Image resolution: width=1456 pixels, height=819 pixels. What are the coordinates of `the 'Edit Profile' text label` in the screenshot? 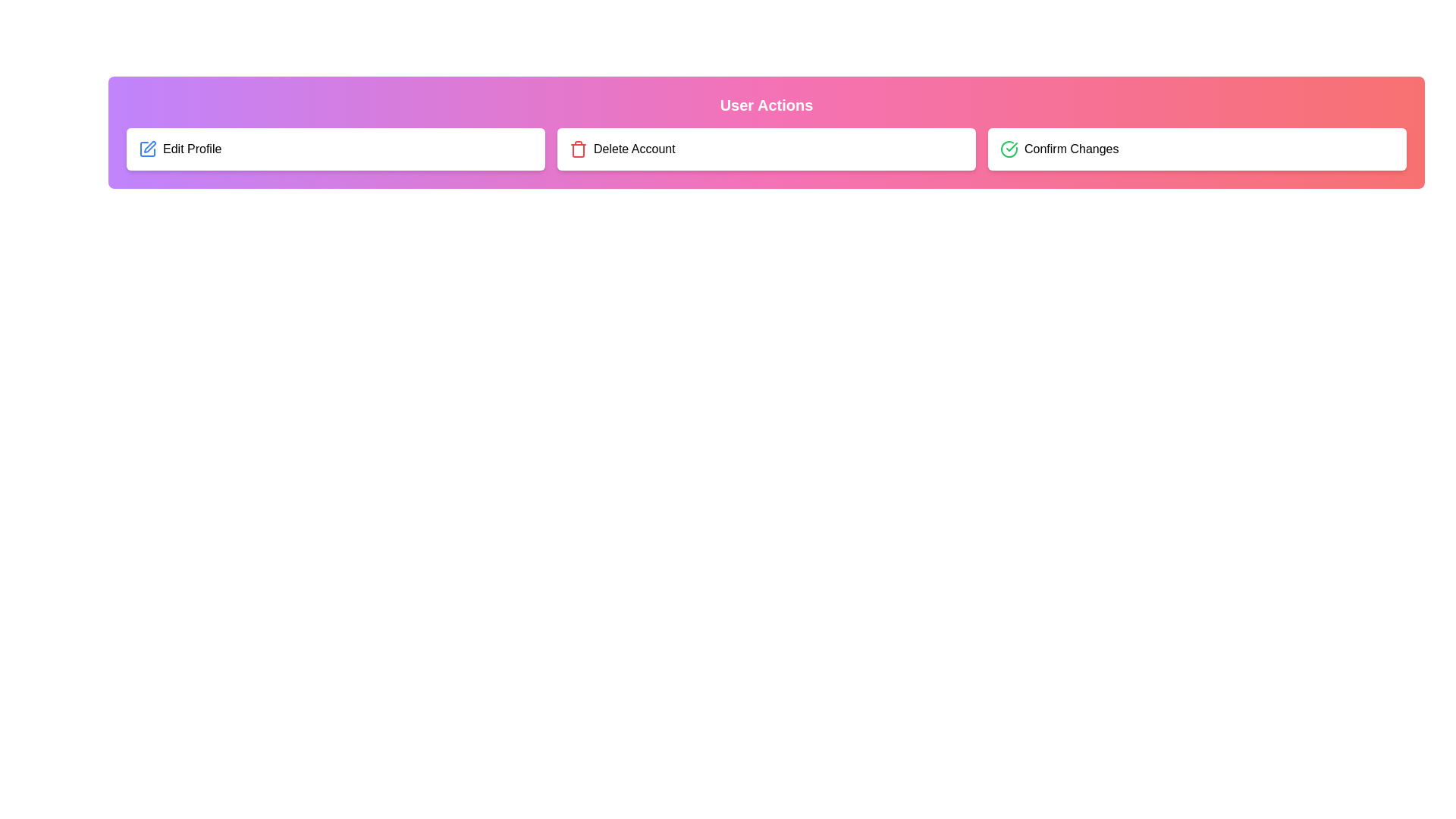 It's located at (191, 149).